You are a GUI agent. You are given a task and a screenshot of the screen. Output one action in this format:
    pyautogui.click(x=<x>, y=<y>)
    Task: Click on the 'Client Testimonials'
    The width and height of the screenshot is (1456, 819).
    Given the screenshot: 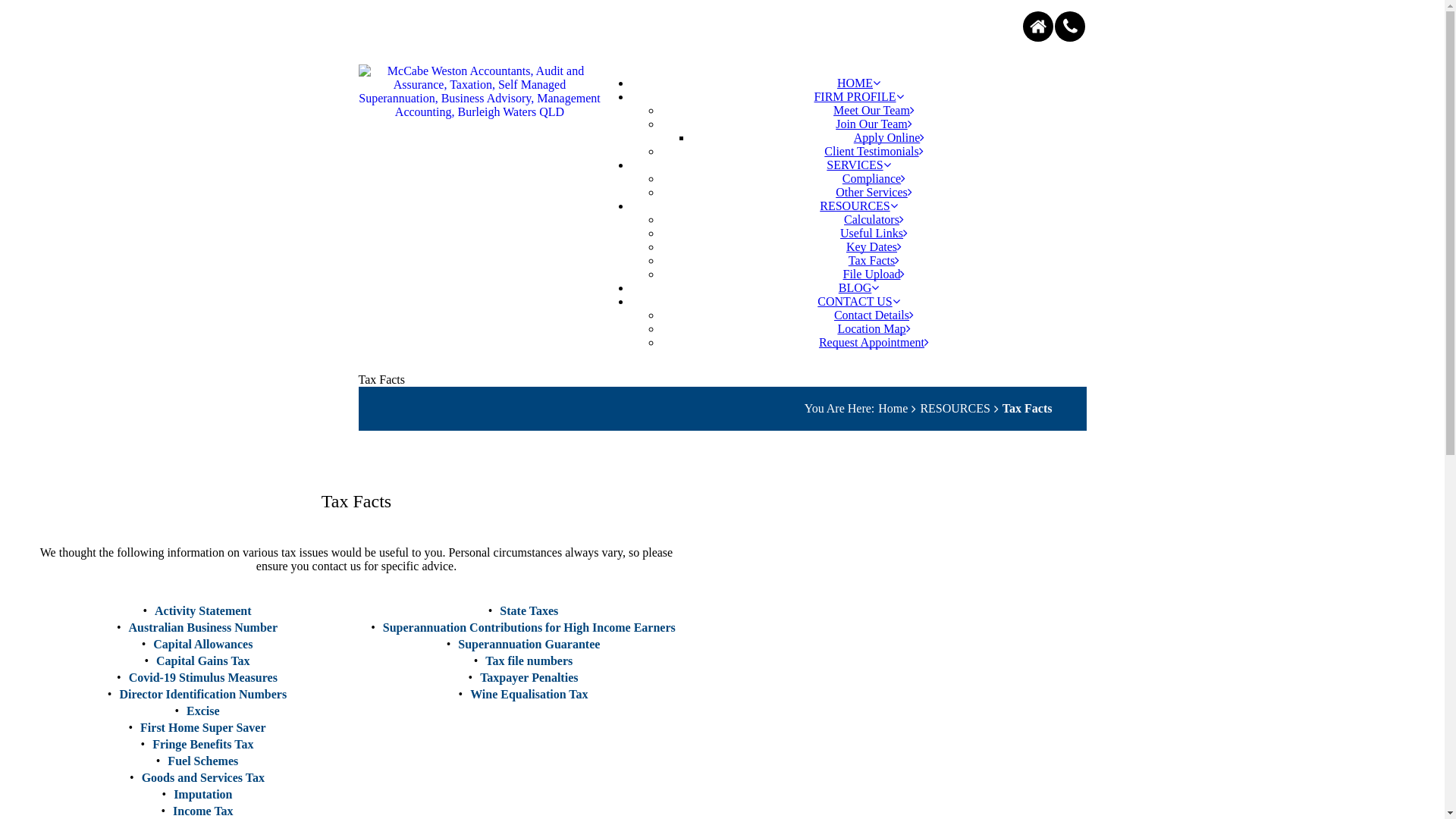 What is the action you would take?
    pyautogui.click(x=874, y=151)
    